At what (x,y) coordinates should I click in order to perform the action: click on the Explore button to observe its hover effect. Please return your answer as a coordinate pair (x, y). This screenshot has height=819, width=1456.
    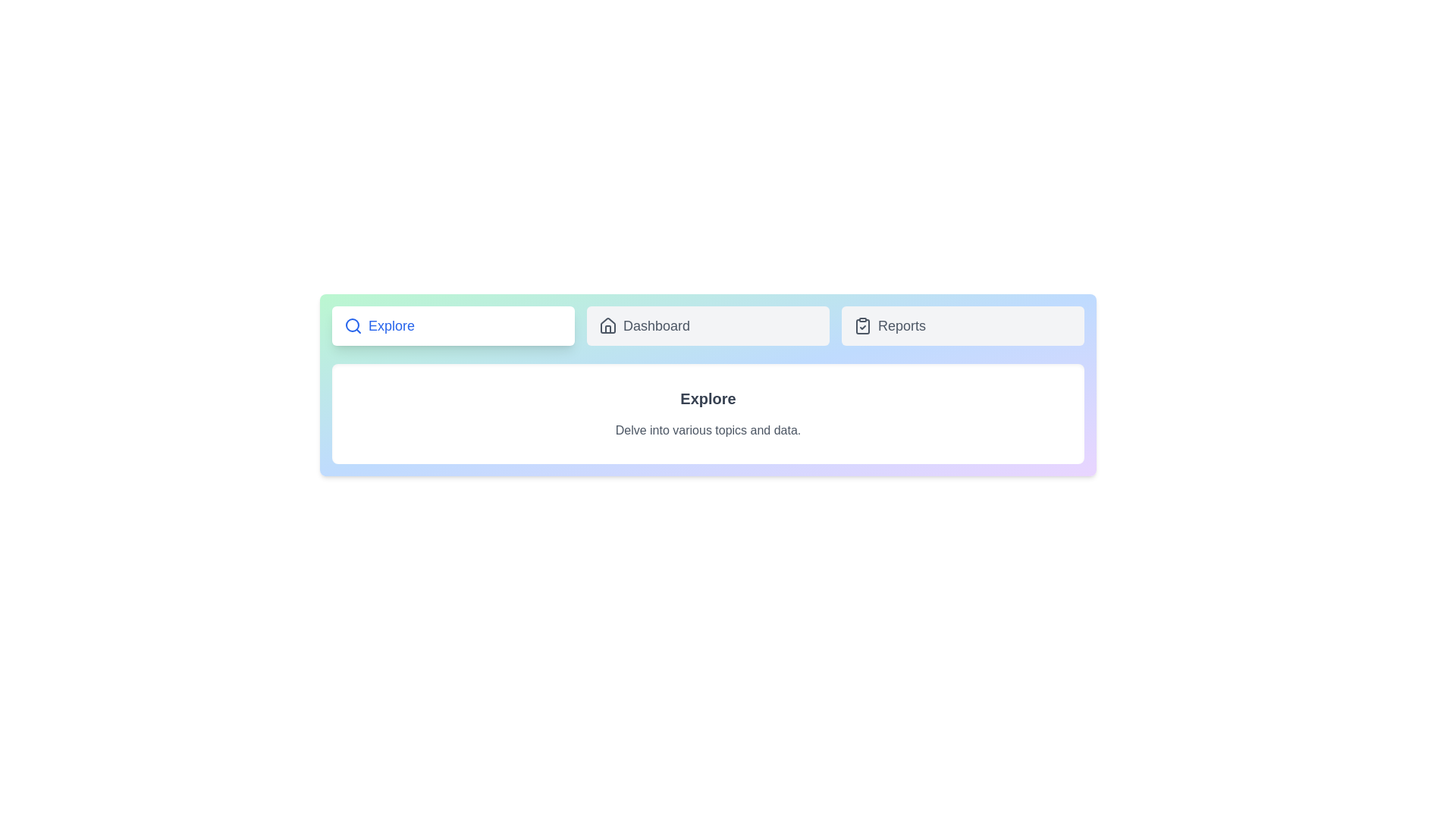
    Looking at the image, I should click on (453, 325).